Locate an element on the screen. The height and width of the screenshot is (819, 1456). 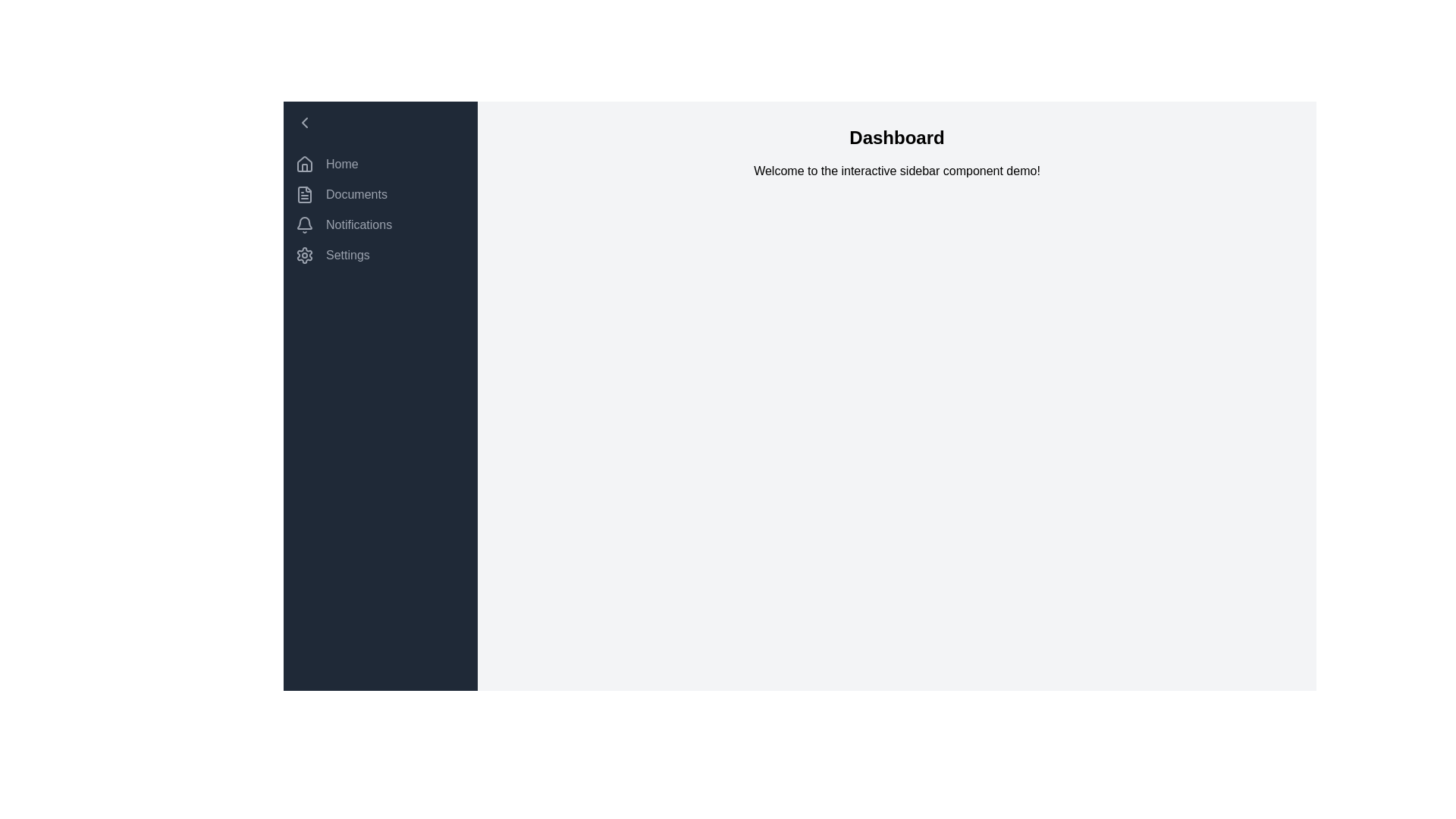
the toggle button to toggle the sidebar's expansion state is located at coordinates (381, 122).